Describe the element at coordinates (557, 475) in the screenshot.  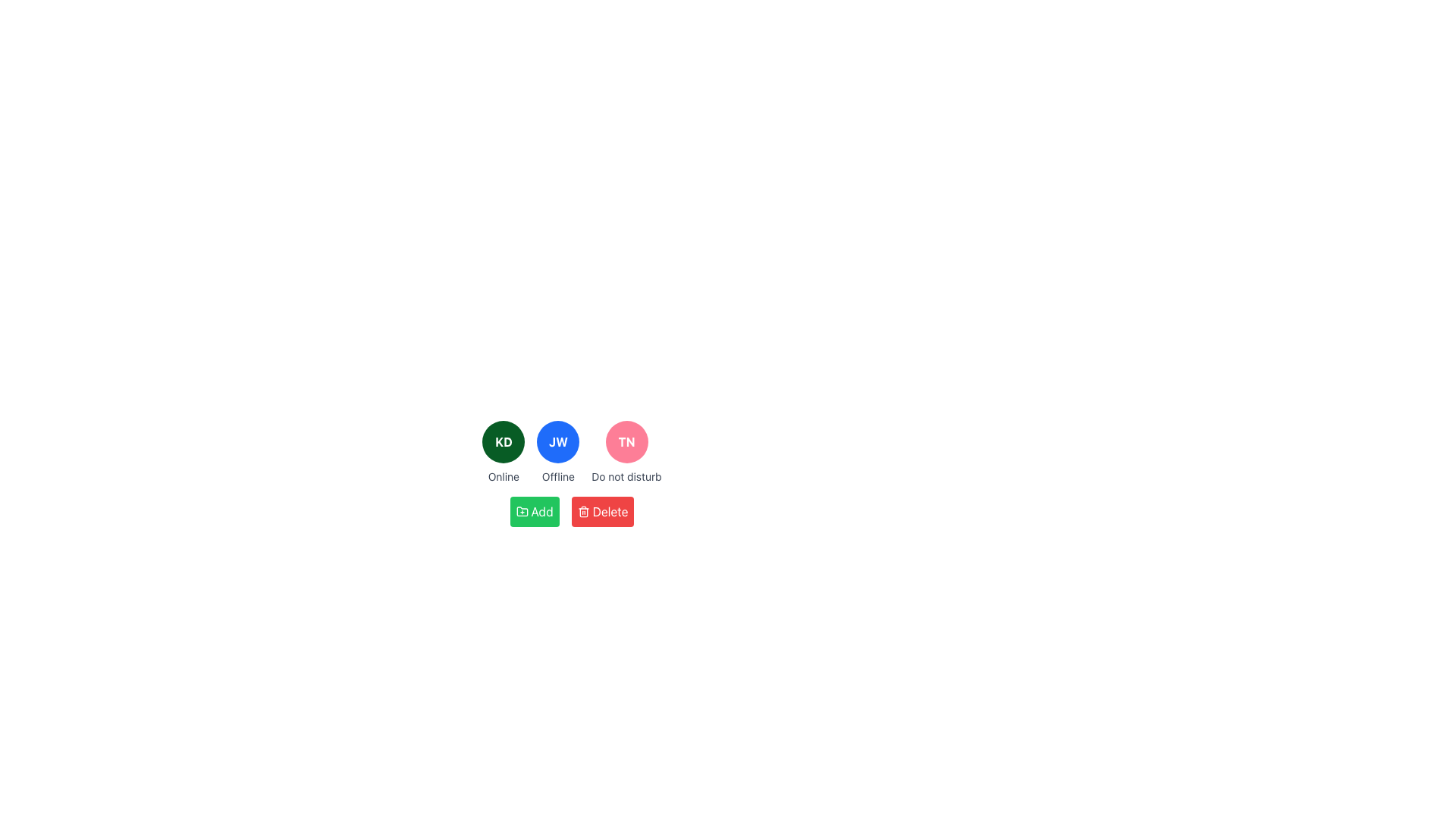
I see `the text label displaying 'Offline', which is positioned below the circular avatar labeled 'JW'` at that location.